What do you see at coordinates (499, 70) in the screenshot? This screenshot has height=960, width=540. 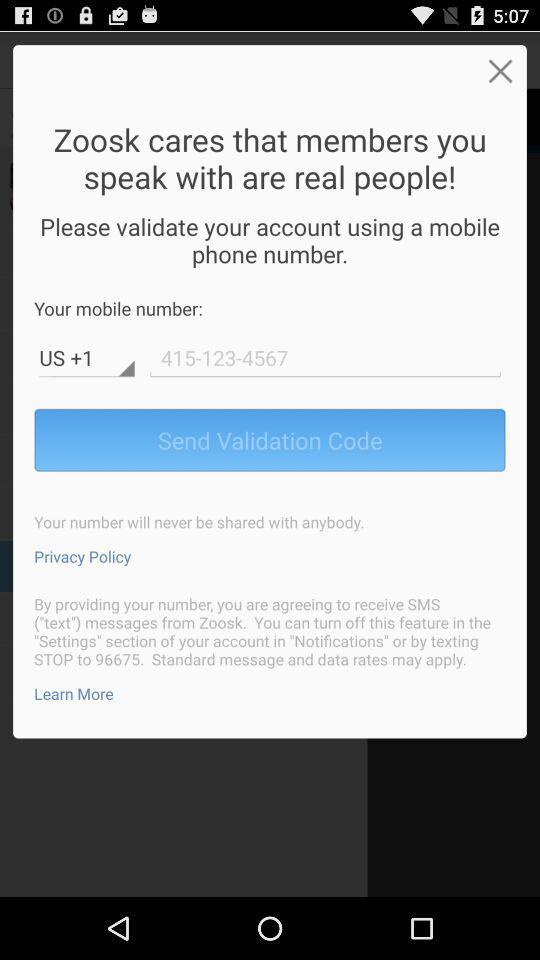 I see `the option` at bounding box center [499, 70].